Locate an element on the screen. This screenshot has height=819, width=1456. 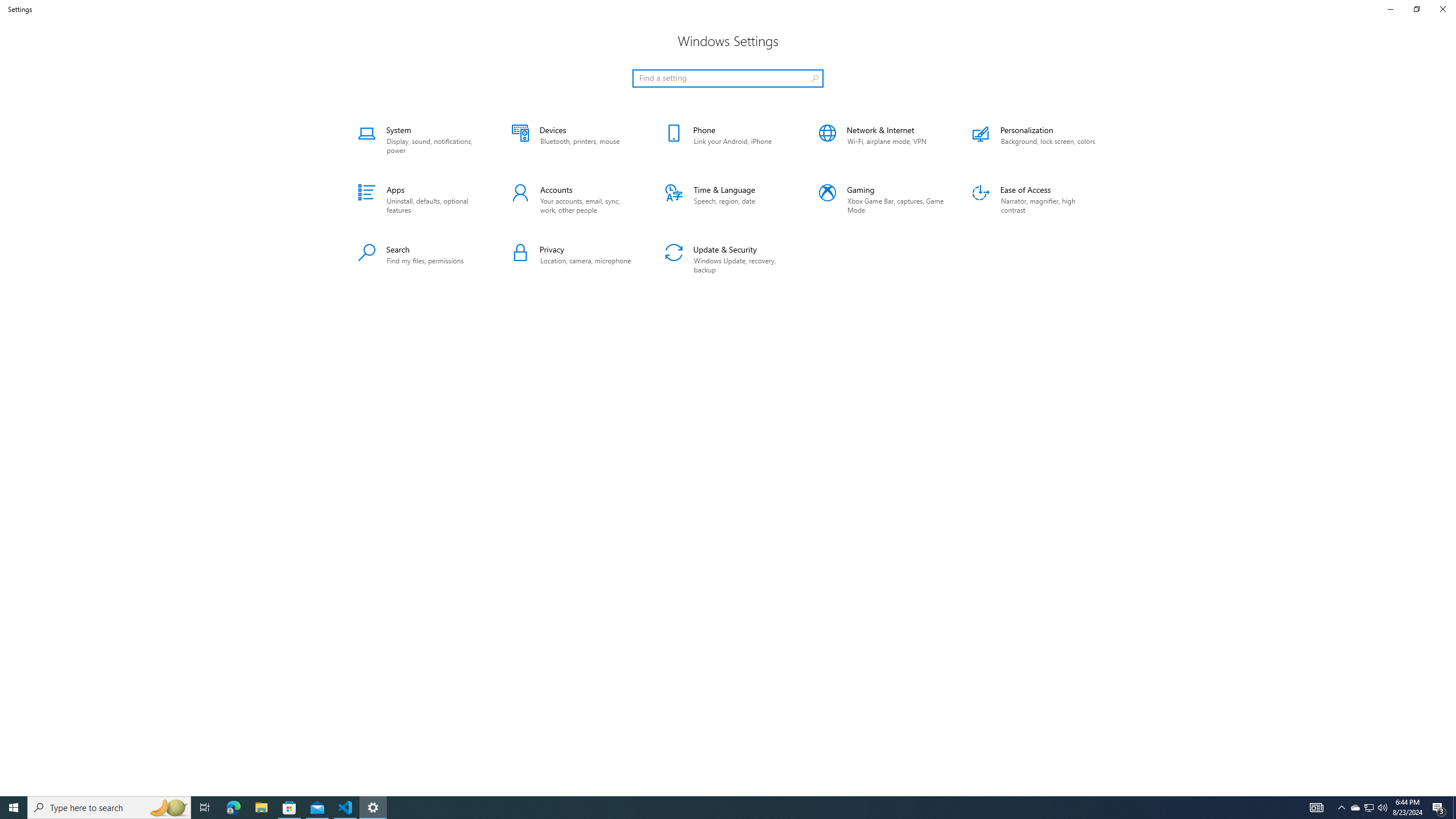
'Search' is located at coordinates (420, 259).